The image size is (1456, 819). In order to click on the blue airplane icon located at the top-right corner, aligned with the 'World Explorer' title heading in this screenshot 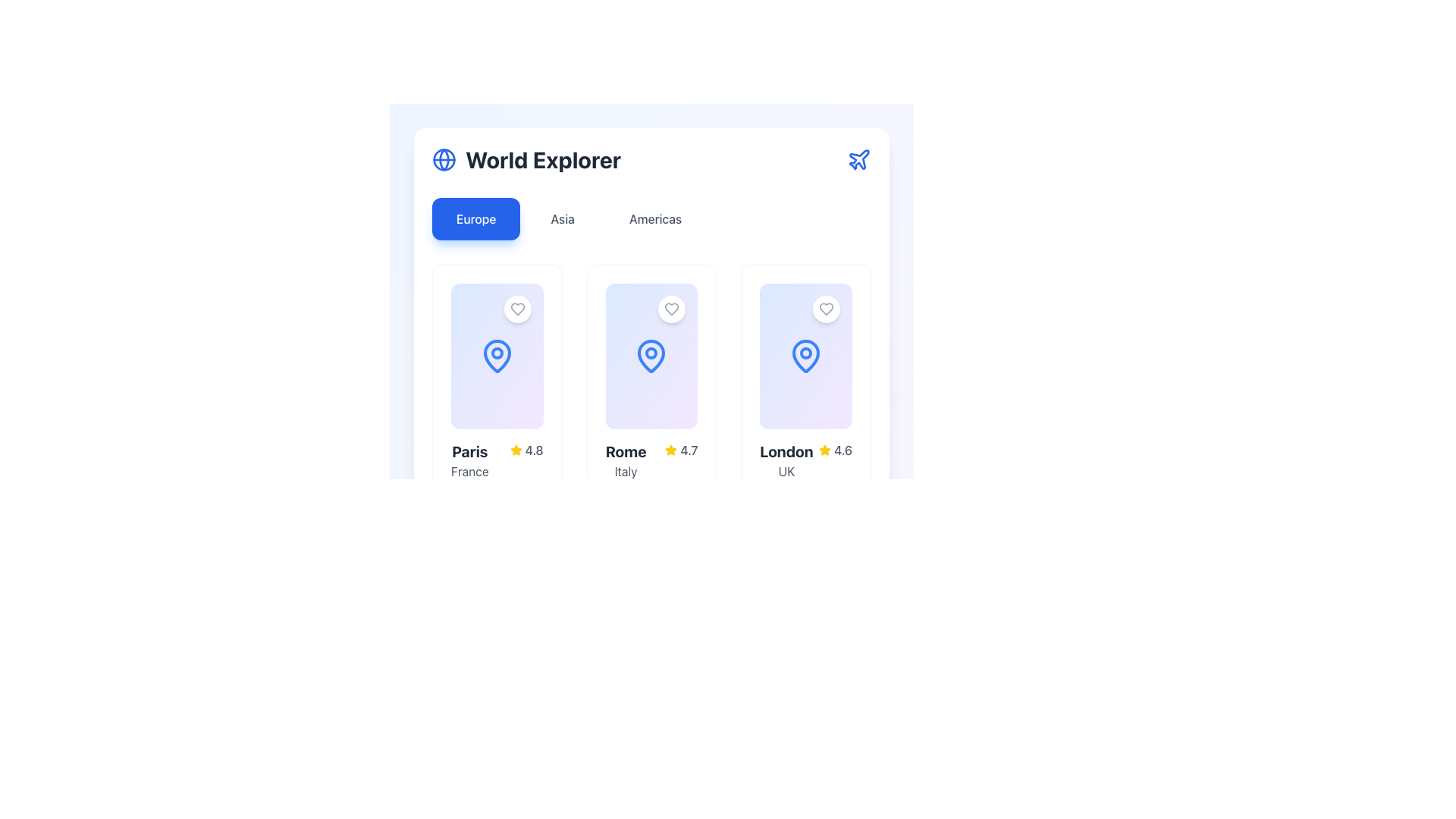, I will do `click(858, 160)`.